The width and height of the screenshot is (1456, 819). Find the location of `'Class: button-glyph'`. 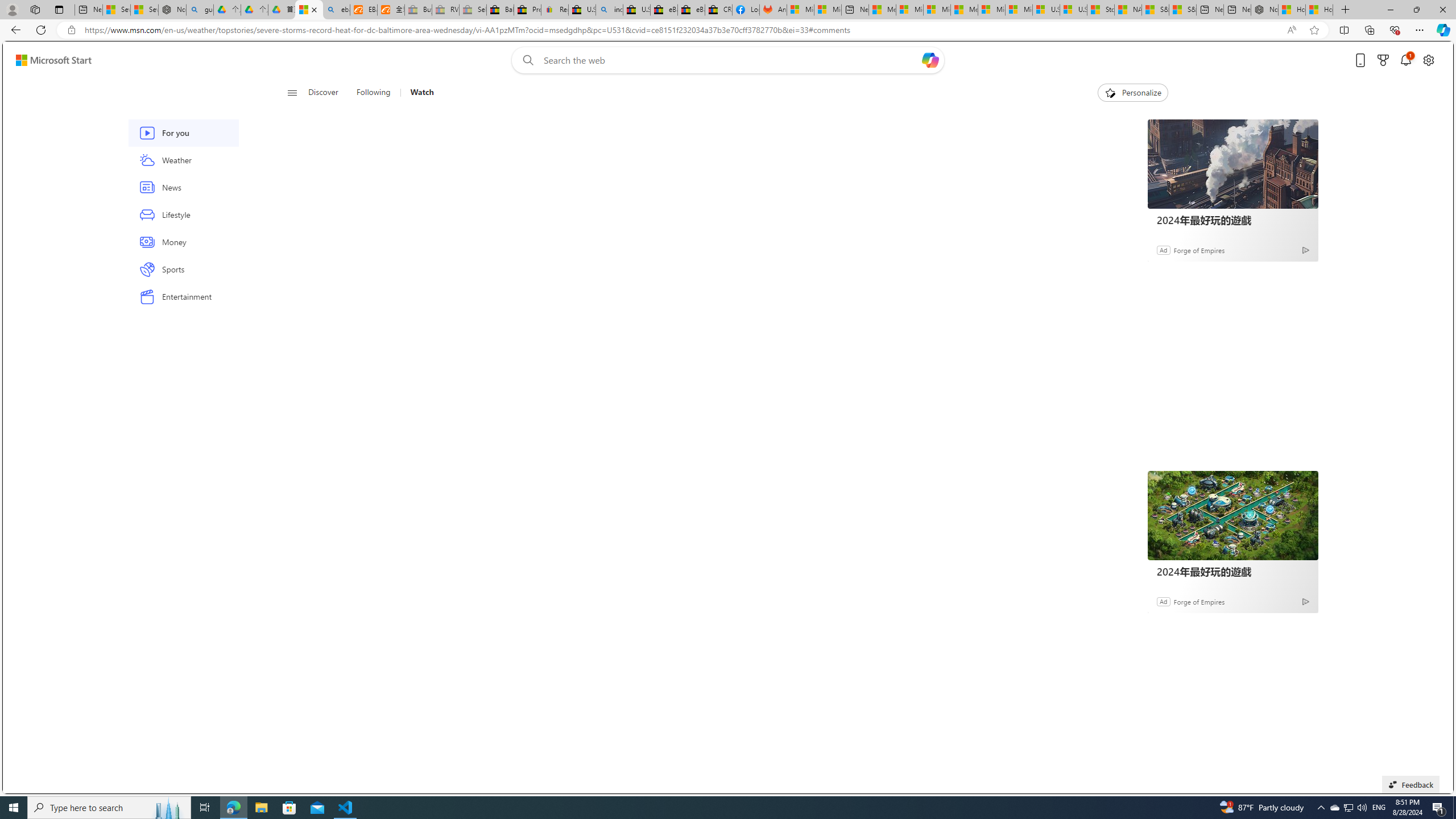

'Class: button-glyph' is located at coordinates (292, 92).